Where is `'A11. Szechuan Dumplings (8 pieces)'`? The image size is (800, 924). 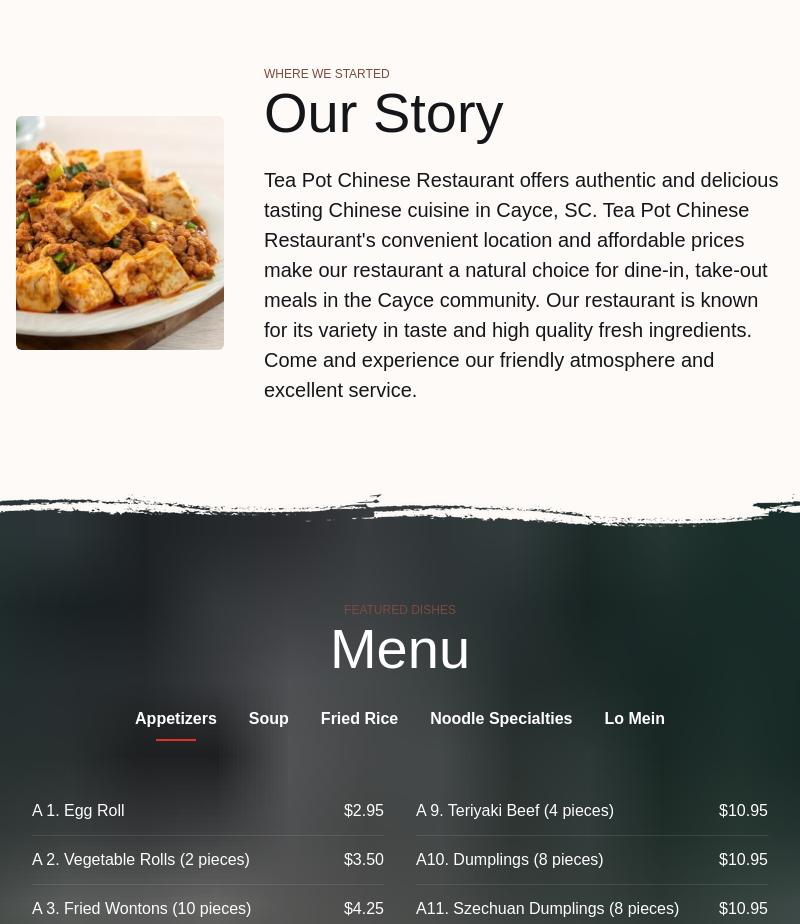
'A11. Szechuan Dumplings (8 pieces)' is located at coordinates (547, 908).